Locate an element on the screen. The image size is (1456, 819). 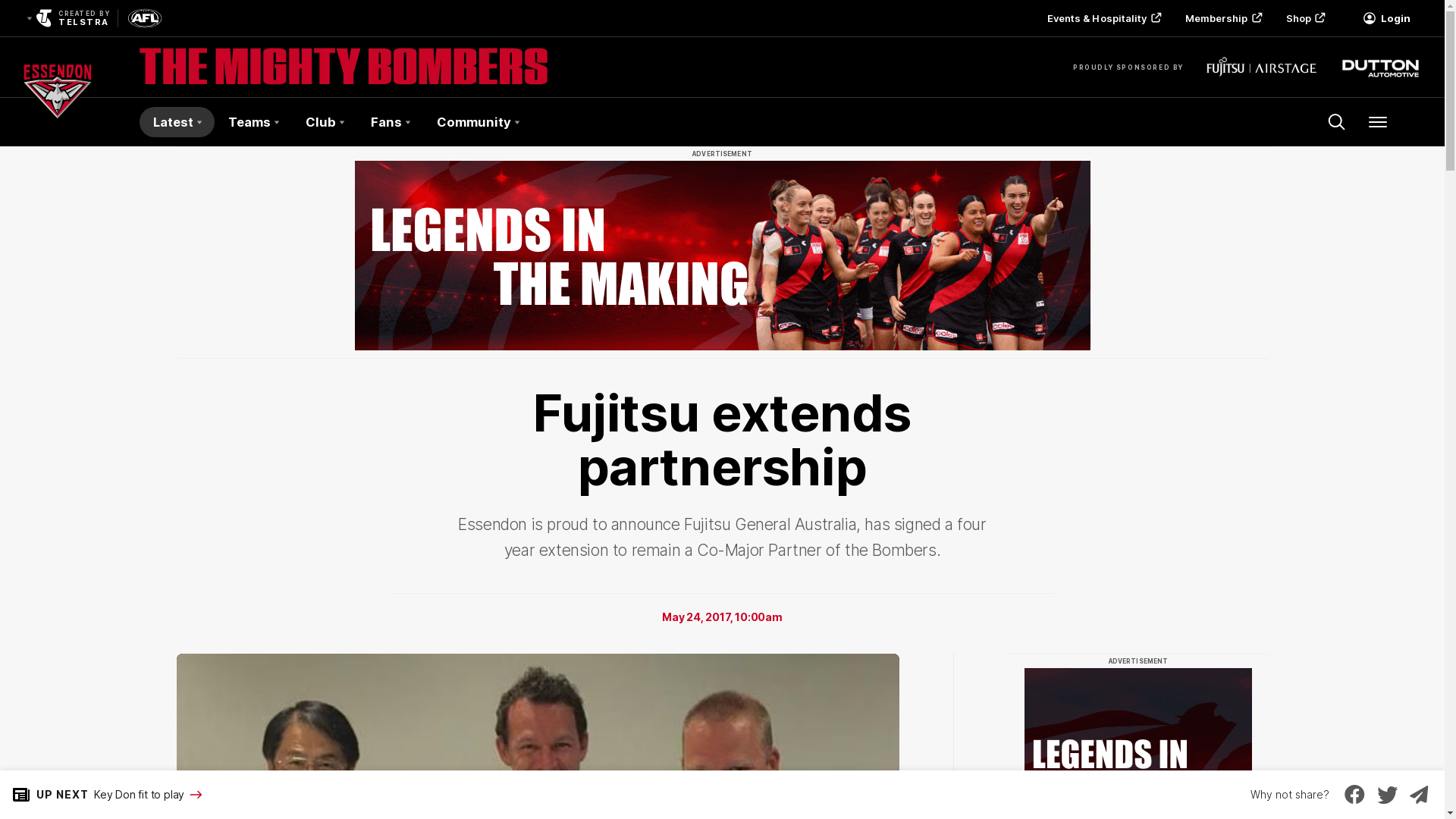
'Events & Hospitality' is located at coordinates (1103, 17).